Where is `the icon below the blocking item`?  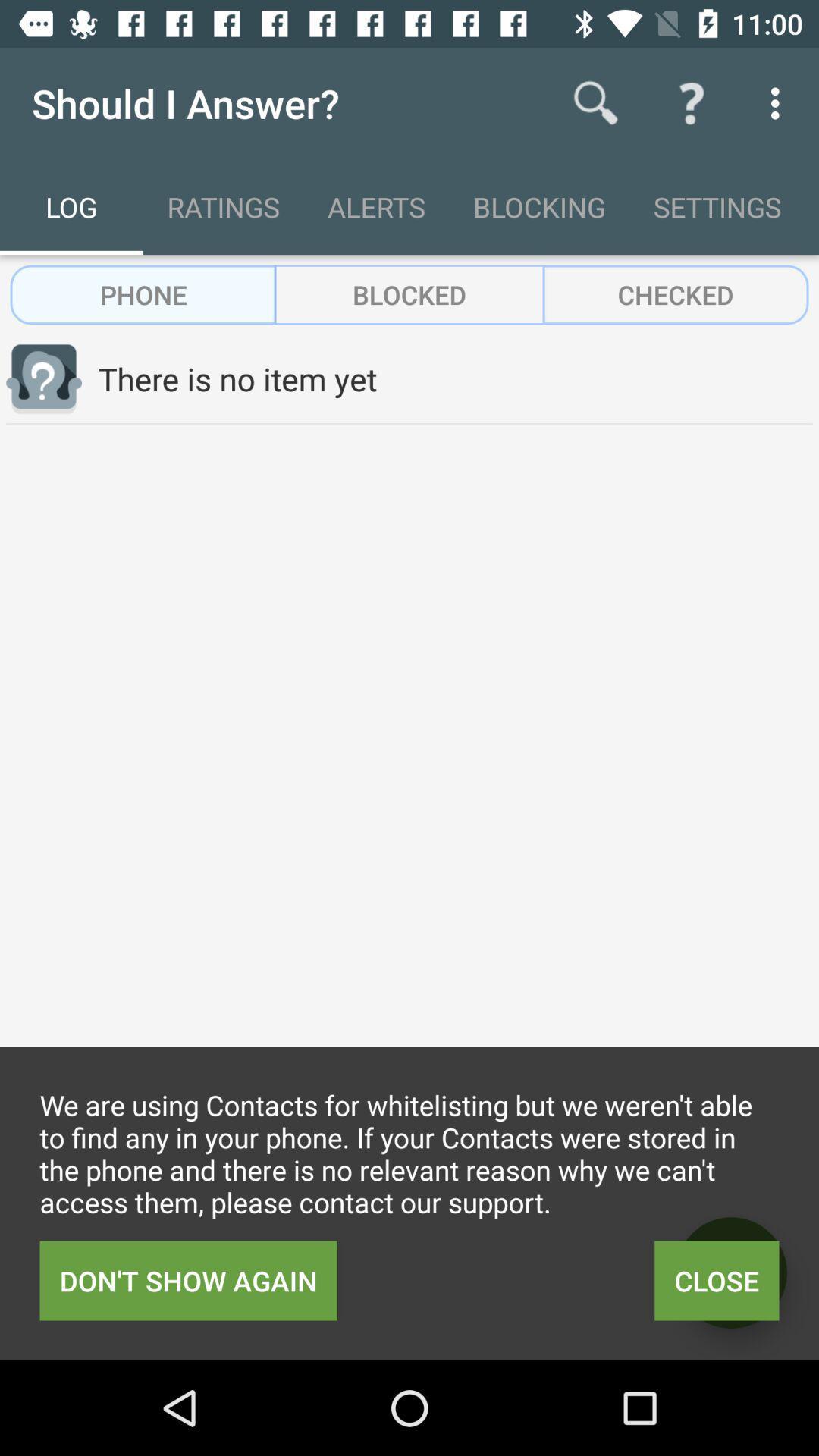 the icon below the blocking item is located at coordinates (675, 294).